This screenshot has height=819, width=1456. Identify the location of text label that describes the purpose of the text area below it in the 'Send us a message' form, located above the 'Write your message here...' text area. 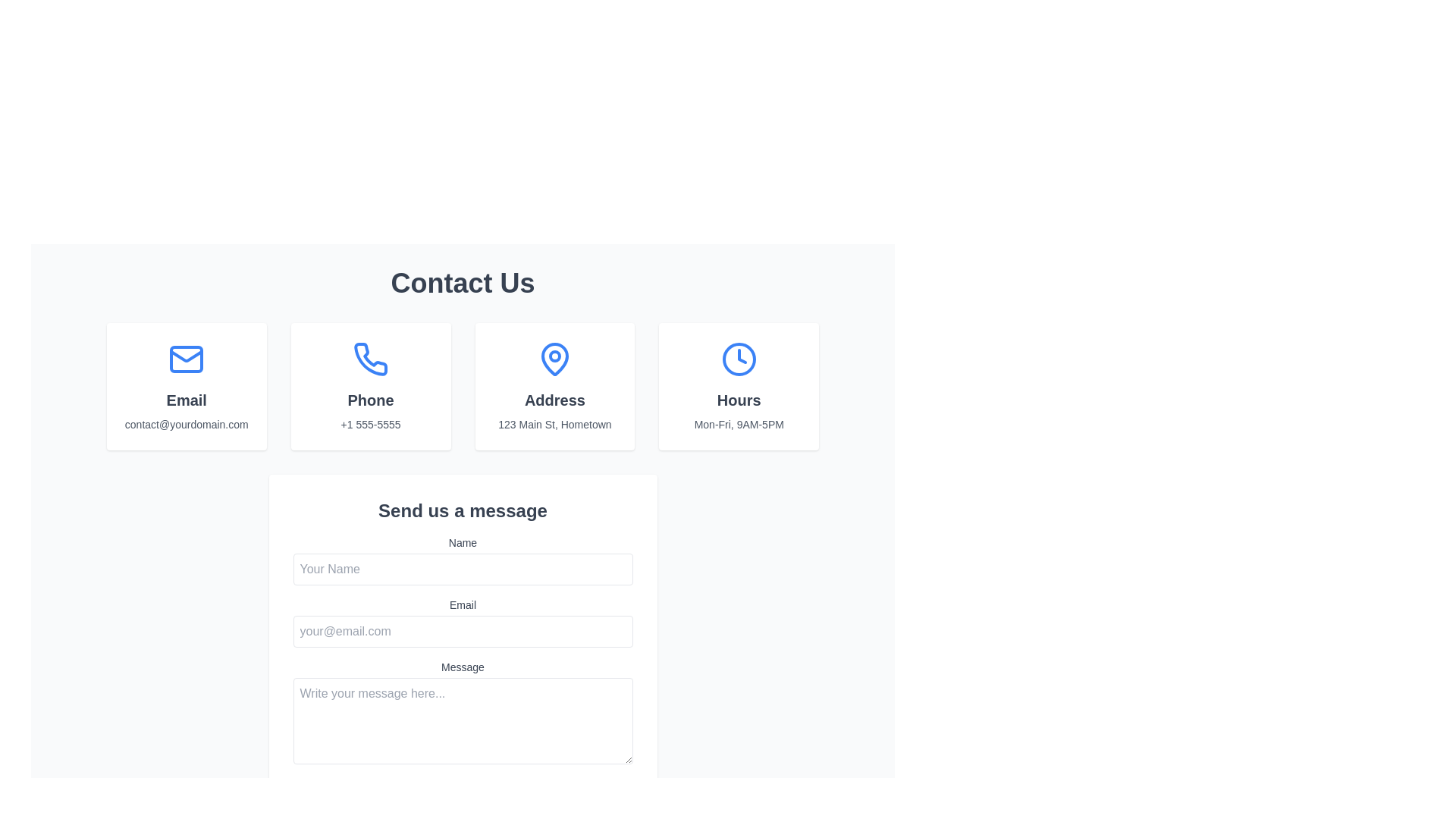
(462, 666).